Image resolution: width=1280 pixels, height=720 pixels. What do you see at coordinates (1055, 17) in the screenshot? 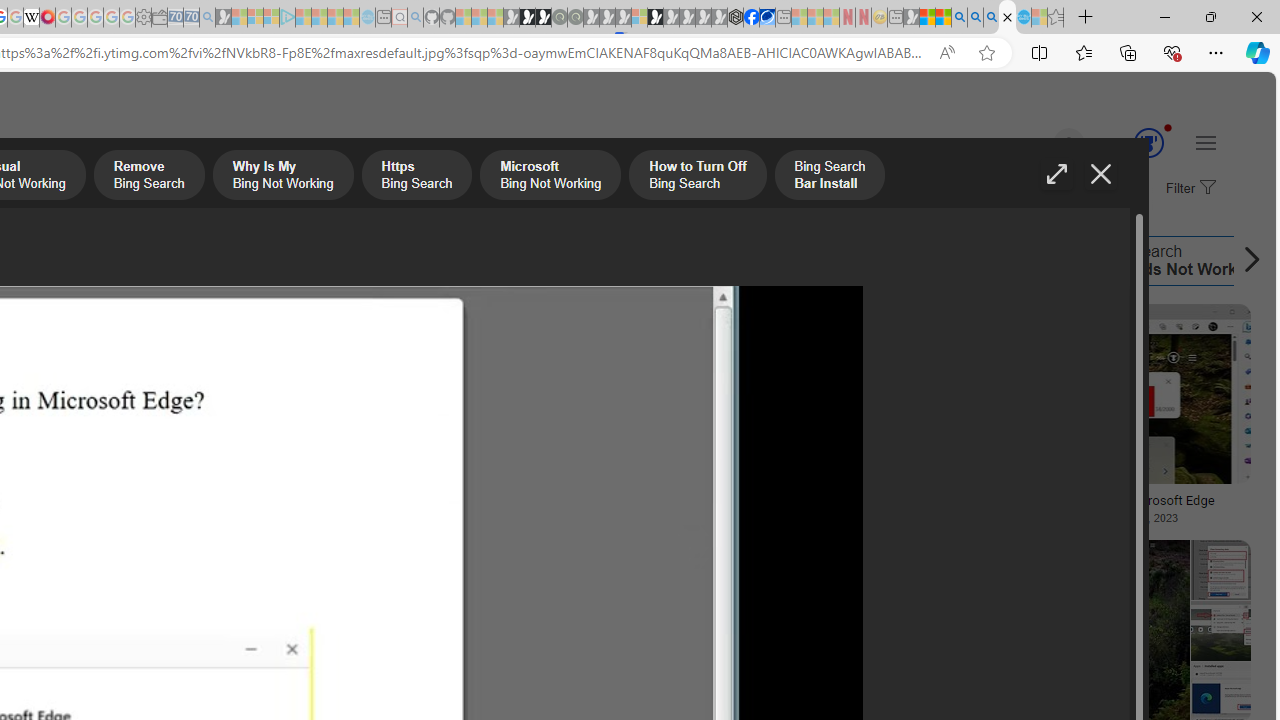
I see `'Favorites - Sleeping'` at bounding box center [1055, 17].